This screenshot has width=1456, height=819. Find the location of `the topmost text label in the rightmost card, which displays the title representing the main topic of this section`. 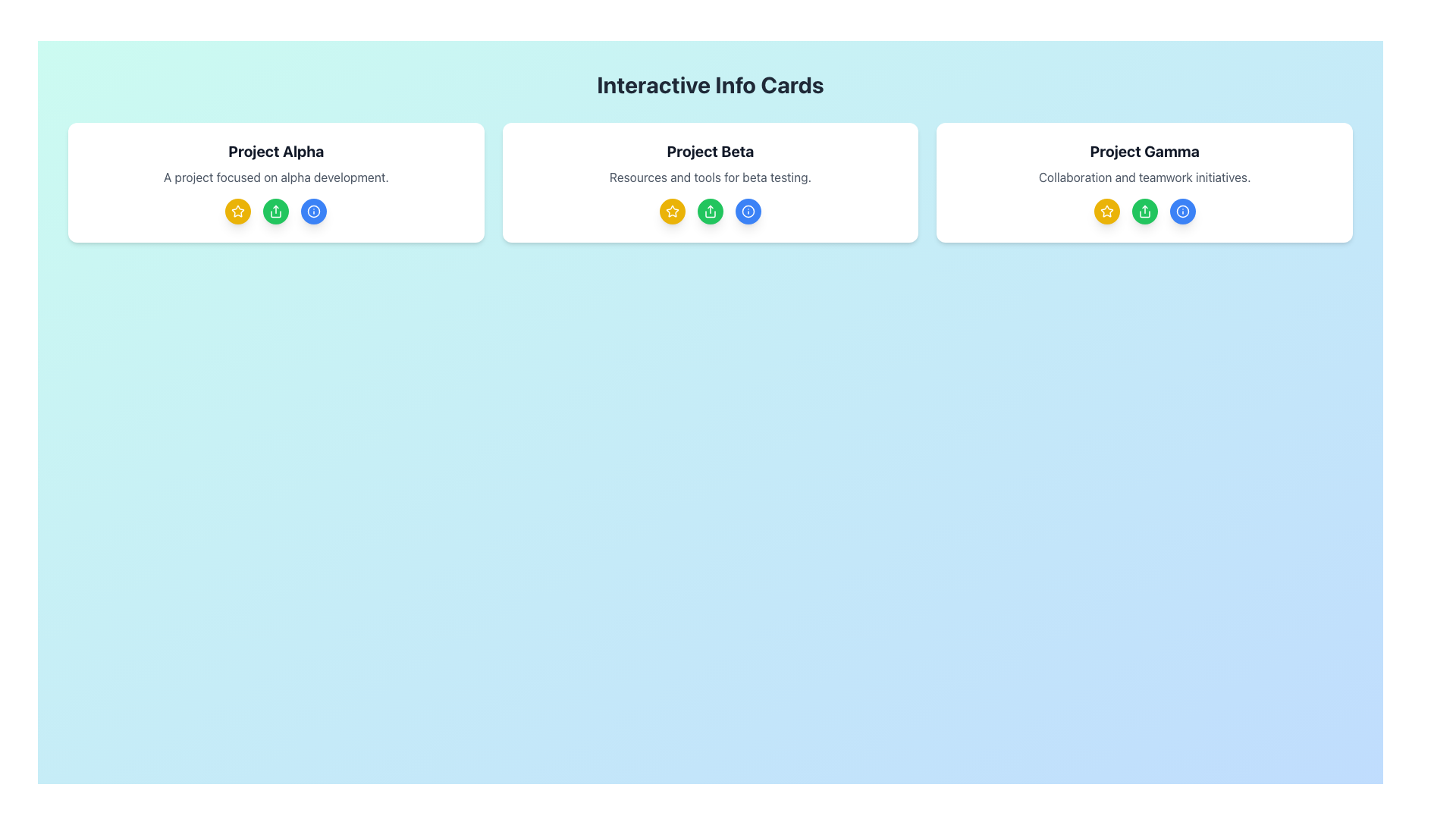

the topmost text label in the rightmost card, which displays the title representing the main topic of this section is located at coordinates (1144, 152).